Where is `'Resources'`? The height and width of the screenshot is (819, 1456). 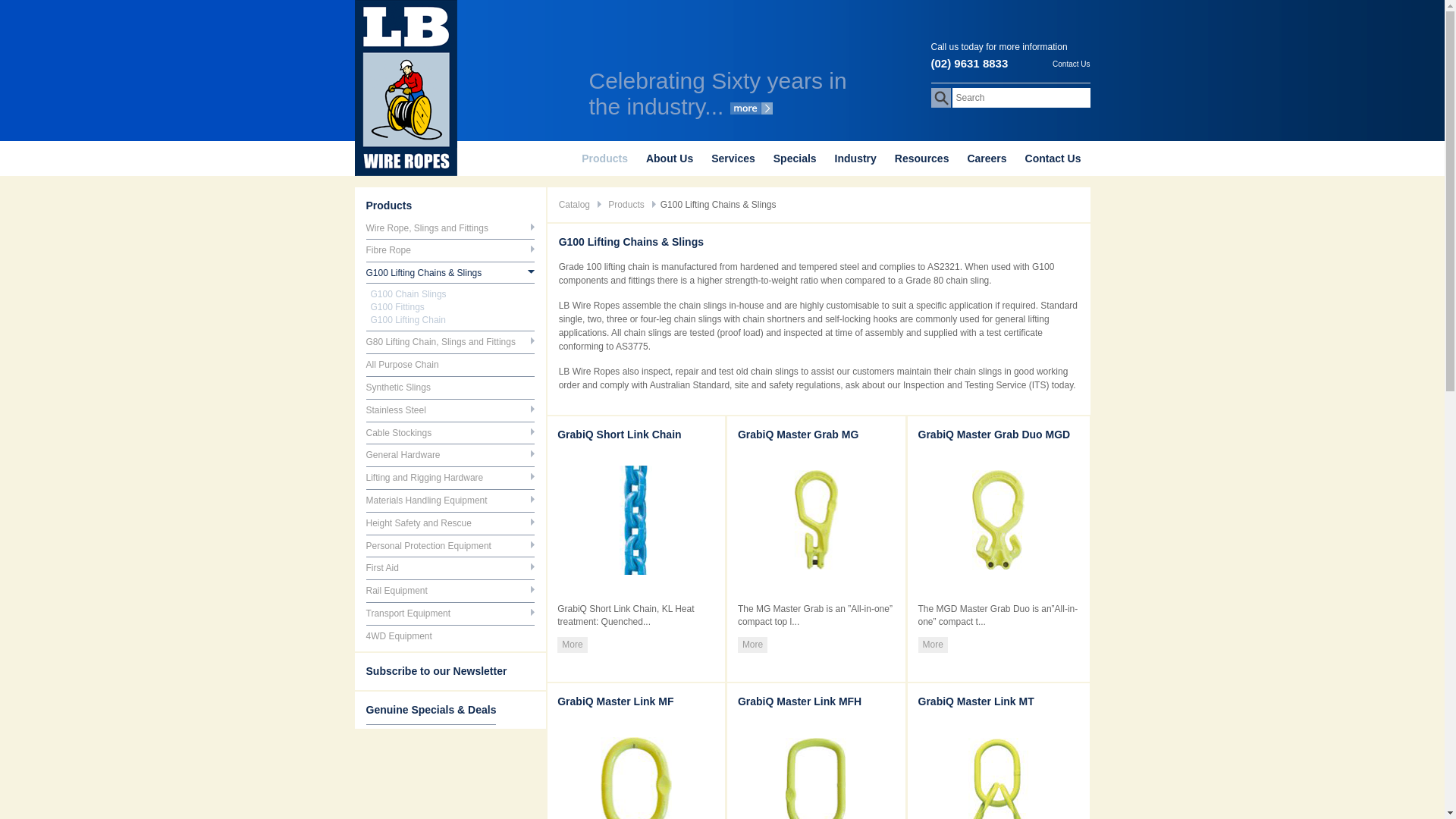
'Resources' is located at coordinates (921, 158).